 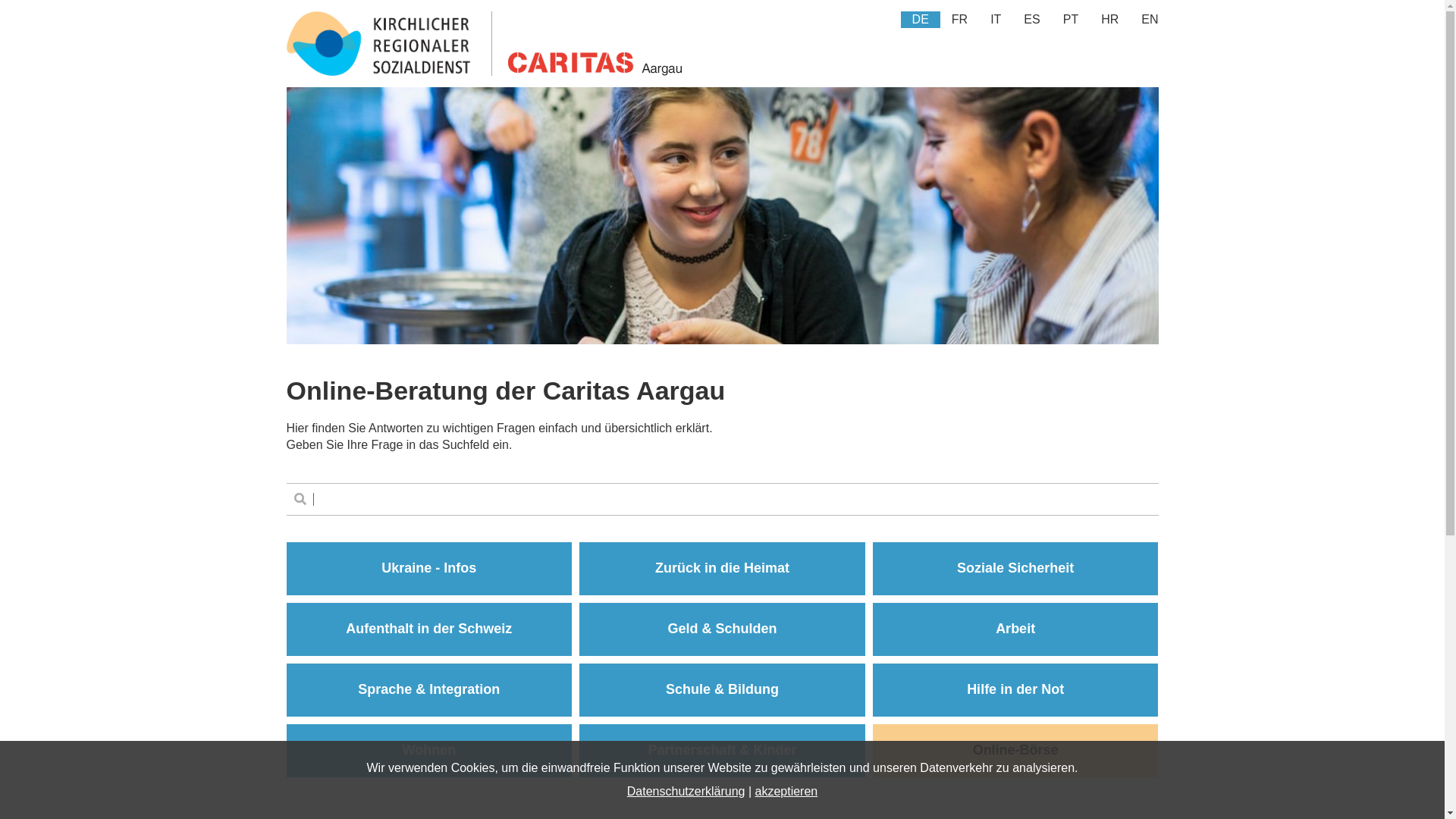 What do you see at coordinates (721, 690) in the screenshot?
I see `'Schule & Bildung'` at bounding box center [721, 690].